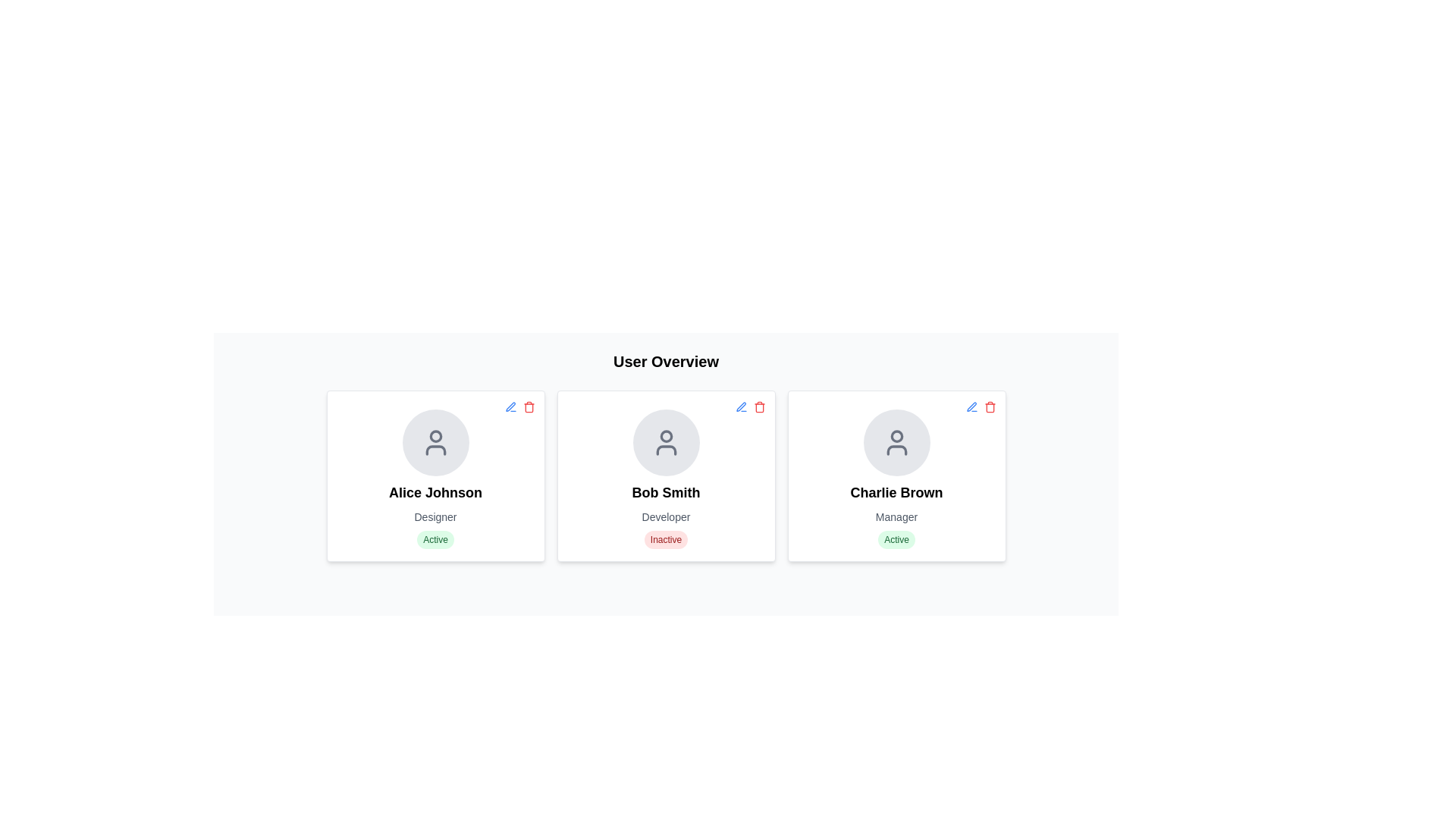  Describe the element at coordinates (990, 406) in the screenshot. I see `the delete icon located at the top-right corner of Charlie Brown's user card` at that location.